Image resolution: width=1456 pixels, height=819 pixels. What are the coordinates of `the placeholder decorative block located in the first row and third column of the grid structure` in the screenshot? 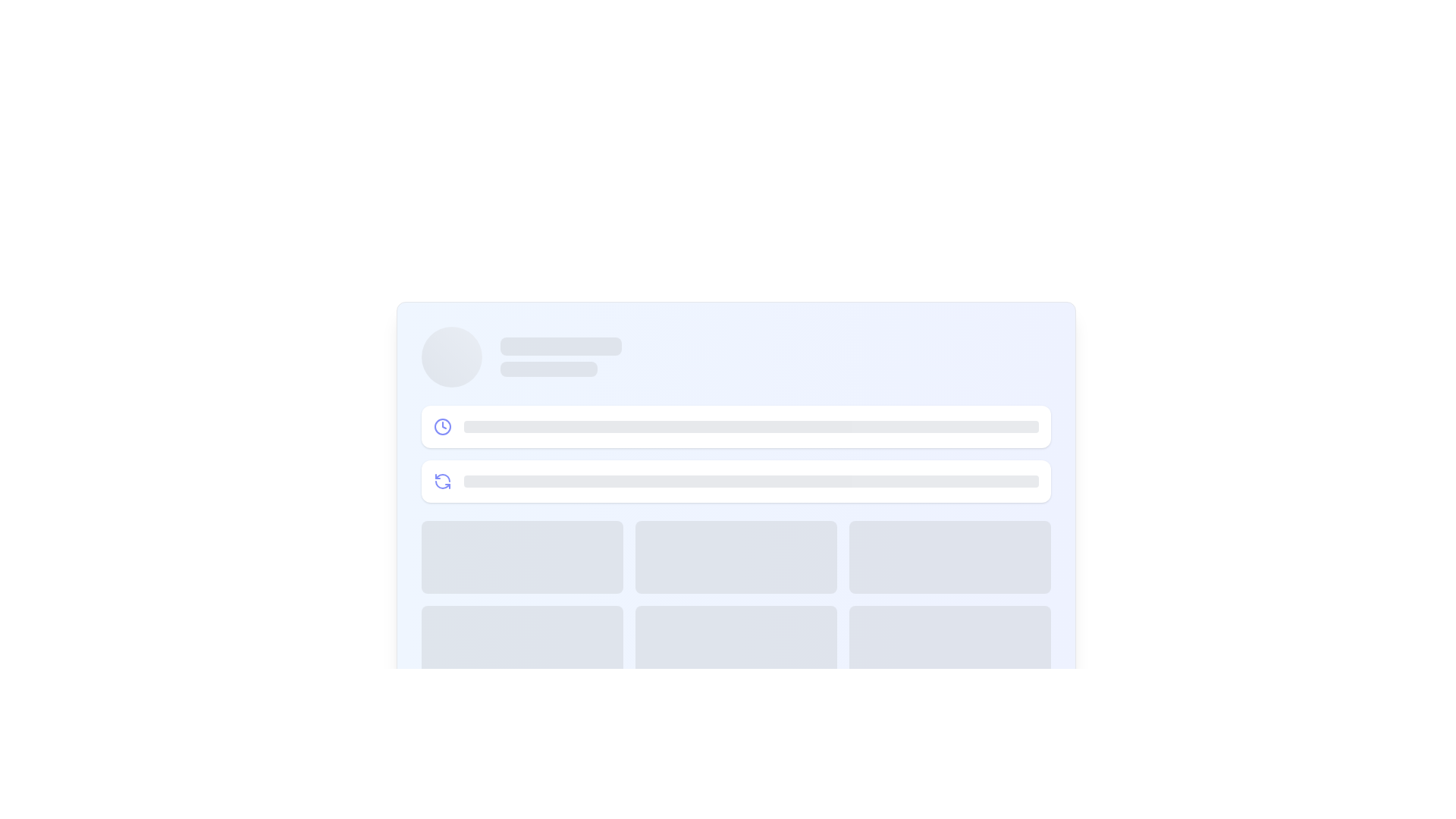 It's located at (949, 557).